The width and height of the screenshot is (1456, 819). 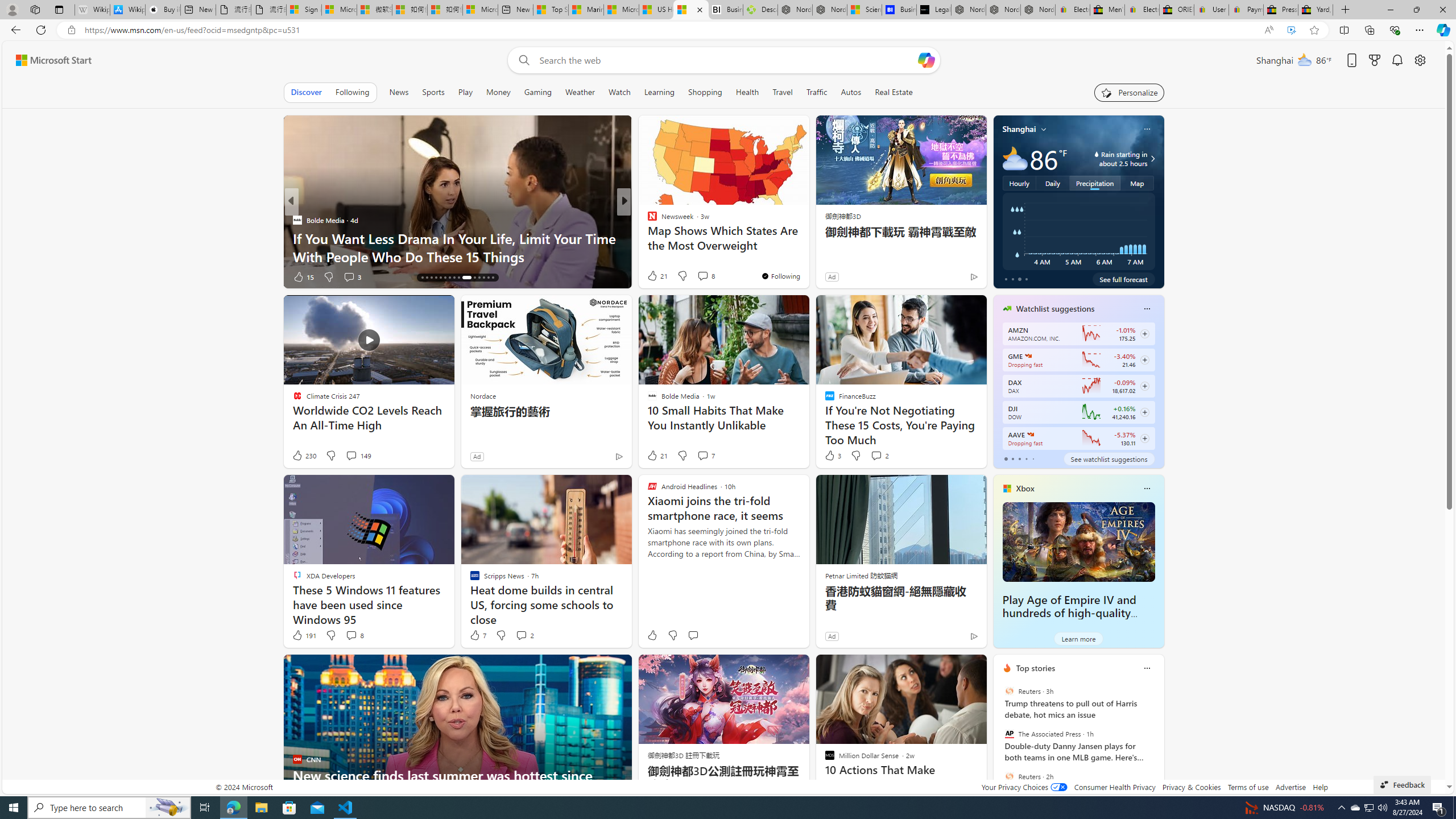 I want to click on 'Watchlist suggestions', so click(x=1055, y=308).